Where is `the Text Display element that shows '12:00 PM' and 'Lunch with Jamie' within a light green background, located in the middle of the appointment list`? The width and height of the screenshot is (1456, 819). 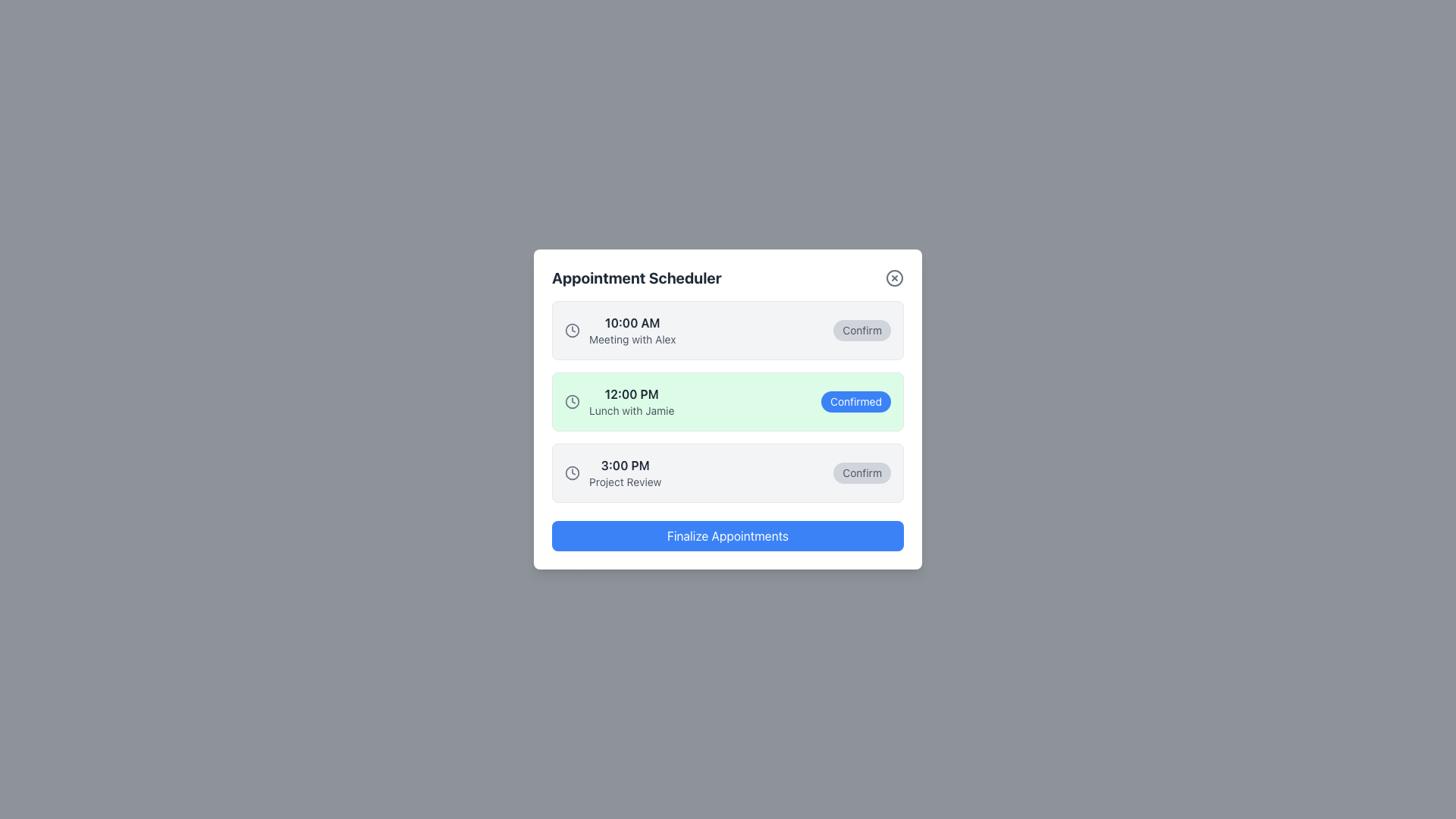 the Text Display element that shows '12:00 PM' and 'Lunch with Jamie' within a light green background, located in the middle of the appointment list is located at coordinates (632, 400).